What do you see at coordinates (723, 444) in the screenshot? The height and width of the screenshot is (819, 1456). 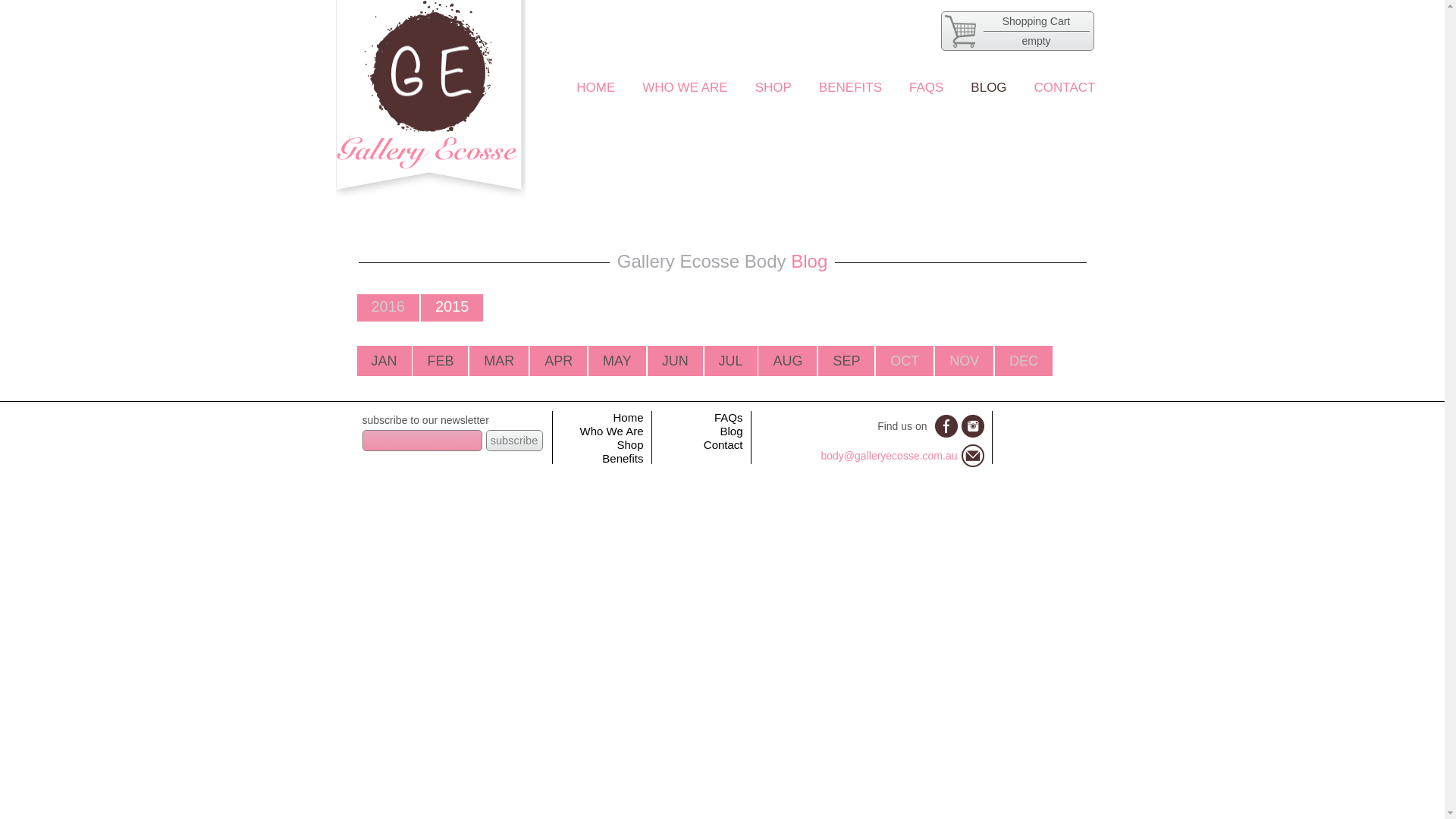 I see `'Contact'` at bounding box center [723, 444].